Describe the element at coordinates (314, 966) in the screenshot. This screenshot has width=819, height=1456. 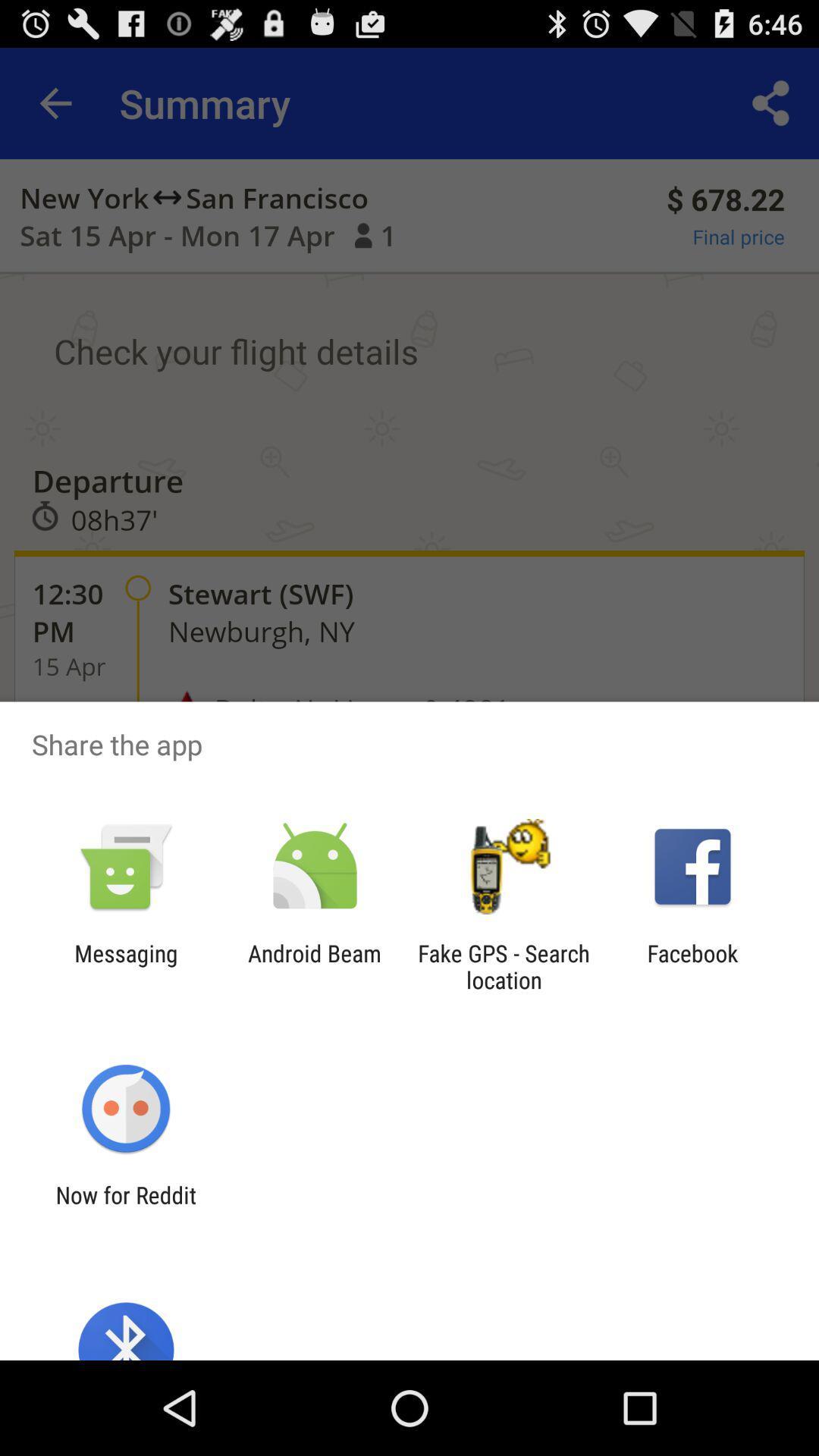
I see `app to the left of the fake gps search app` at that location.